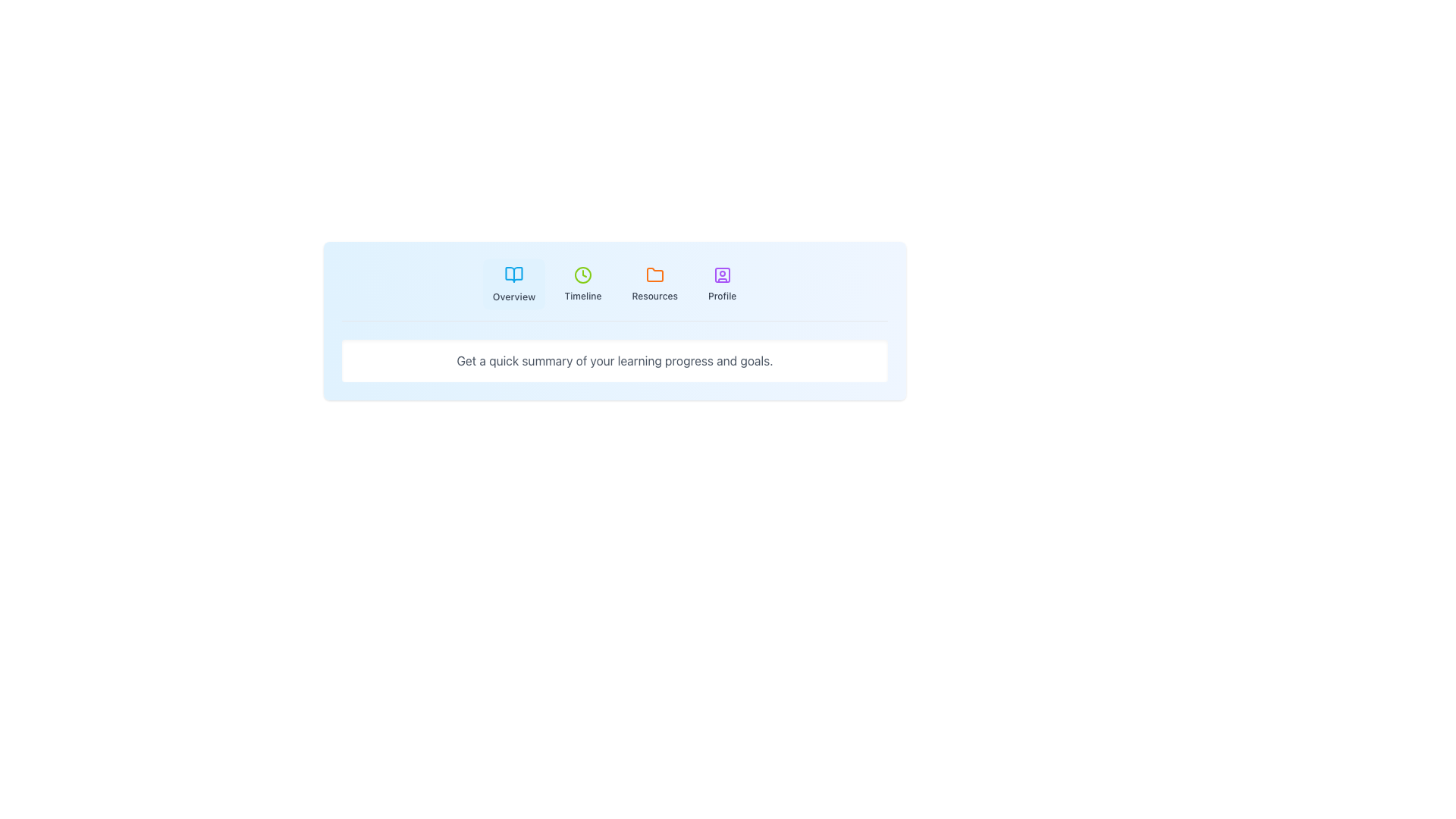 The image size is (1456, 819). I want to click on the orange folder-shaped icon, so click(654, 275).